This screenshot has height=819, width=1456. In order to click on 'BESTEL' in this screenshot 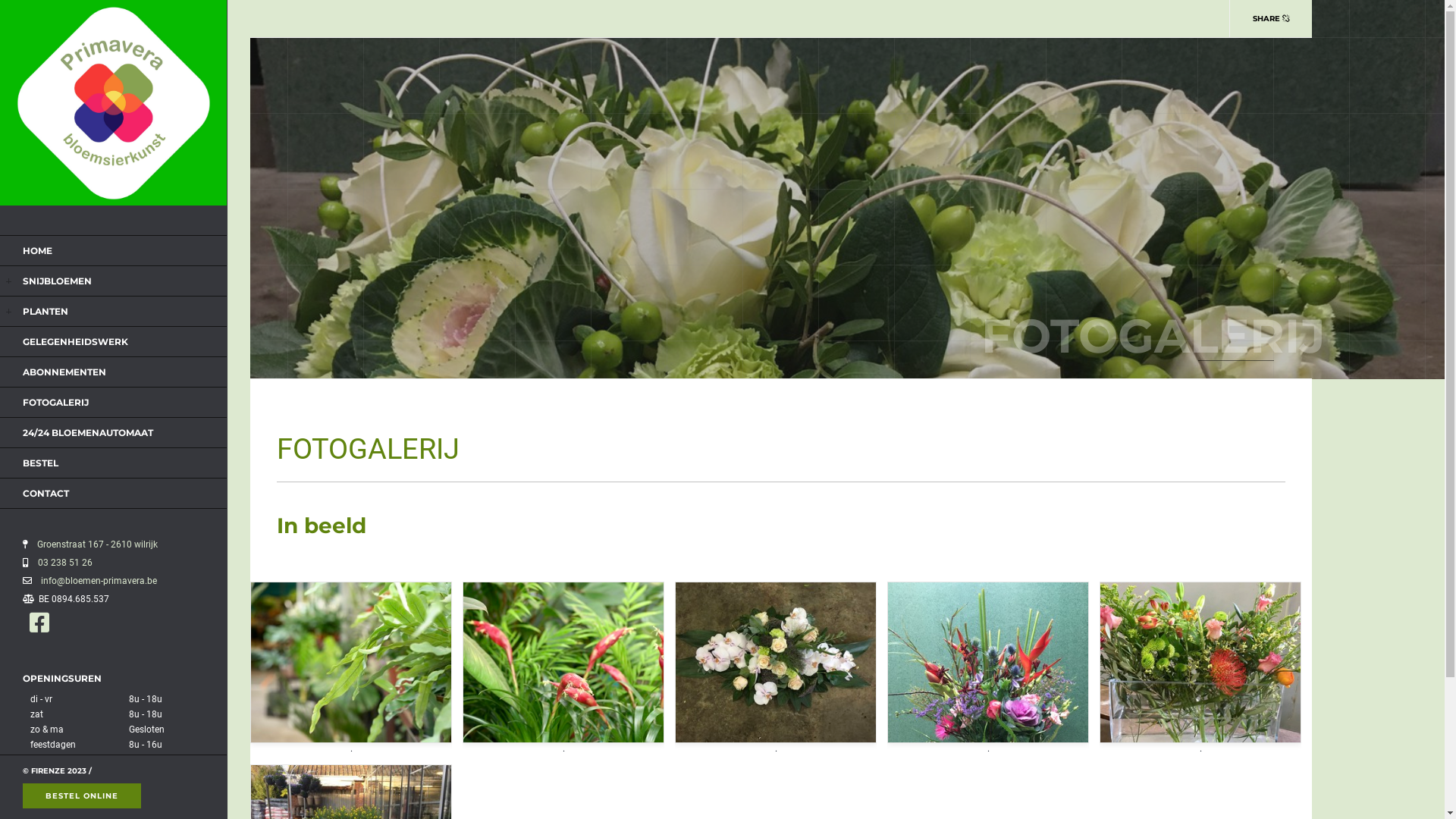, I will do `click(40, 462)`.